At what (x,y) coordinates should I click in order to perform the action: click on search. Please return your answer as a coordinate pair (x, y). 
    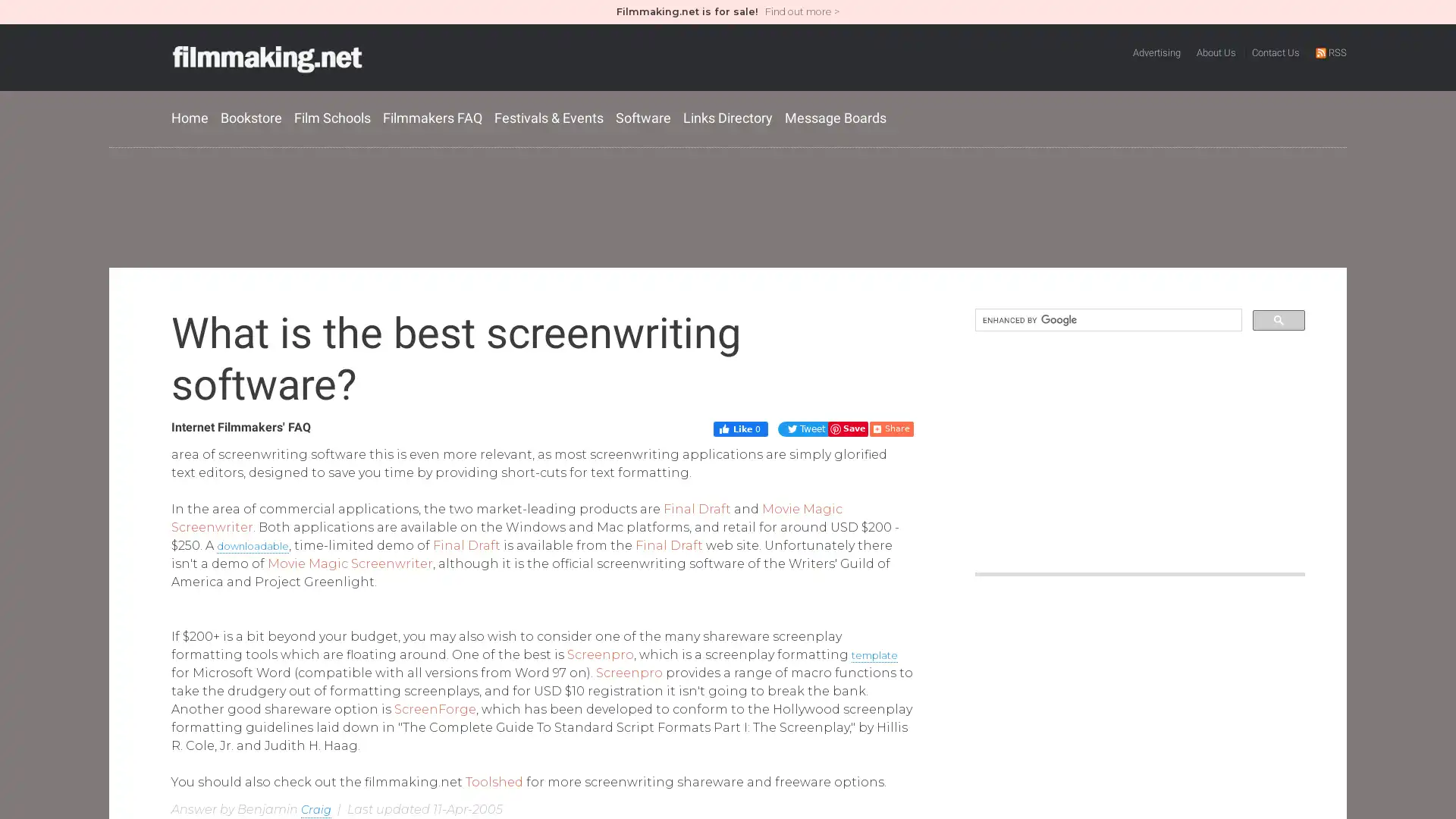
    Looking at the image, I should click on (1278, 318).